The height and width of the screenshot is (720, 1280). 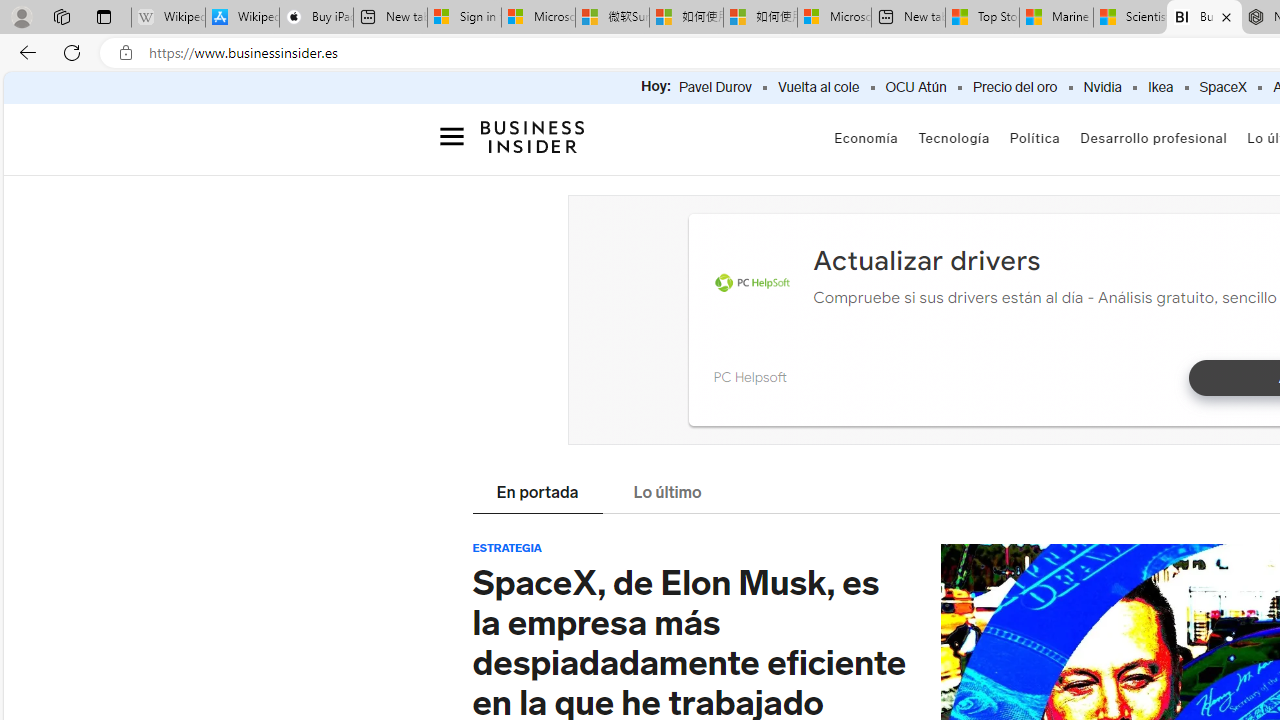 I want to click on 'Pavel Durov', so click(x=714, y=87).